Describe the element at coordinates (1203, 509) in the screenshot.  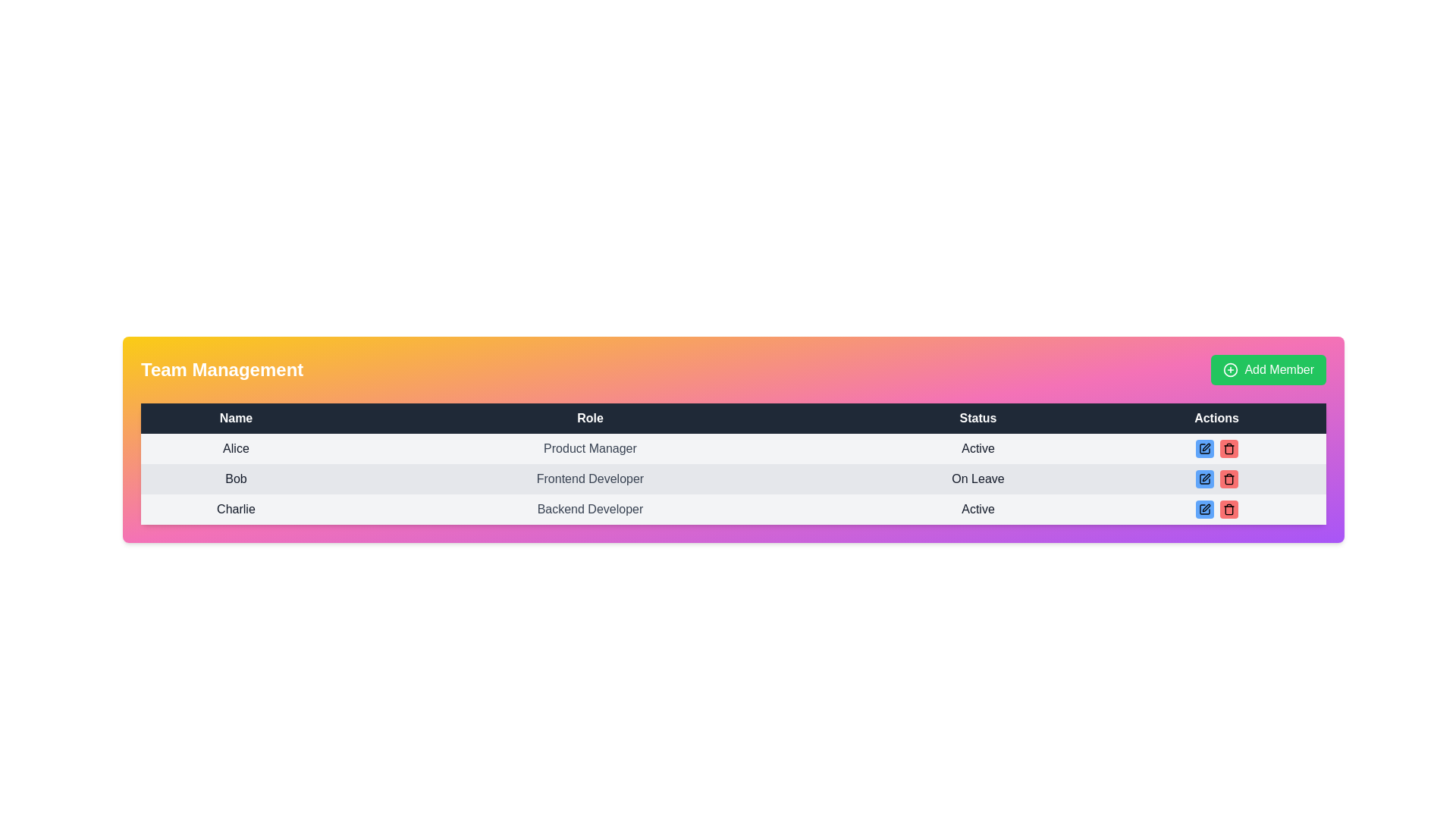
I see `the edit button located in the 'Actions' column of the last row for 'Charlie' to initiate editing` at that location.